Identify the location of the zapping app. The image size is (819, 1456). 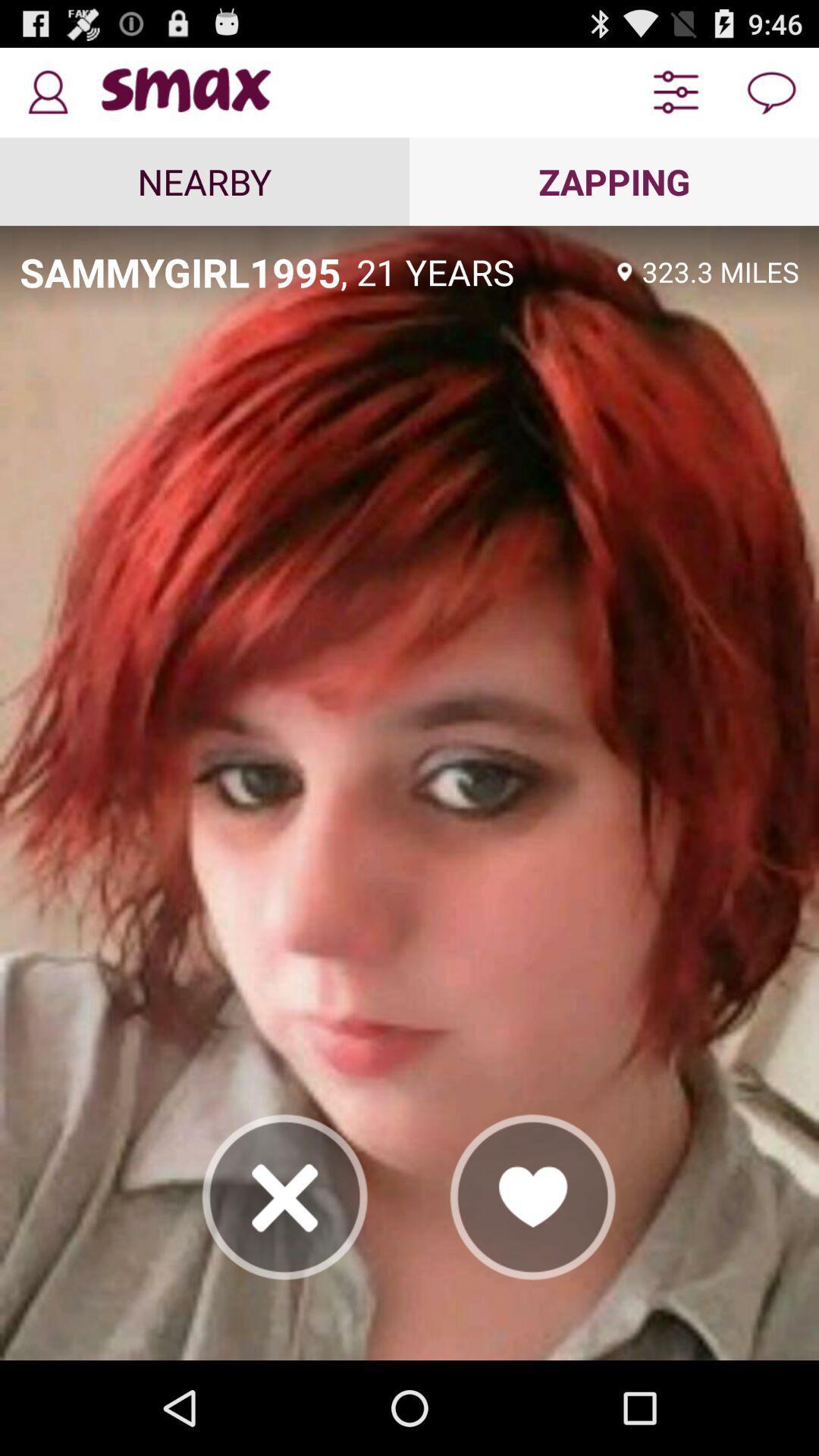
(614, 181).